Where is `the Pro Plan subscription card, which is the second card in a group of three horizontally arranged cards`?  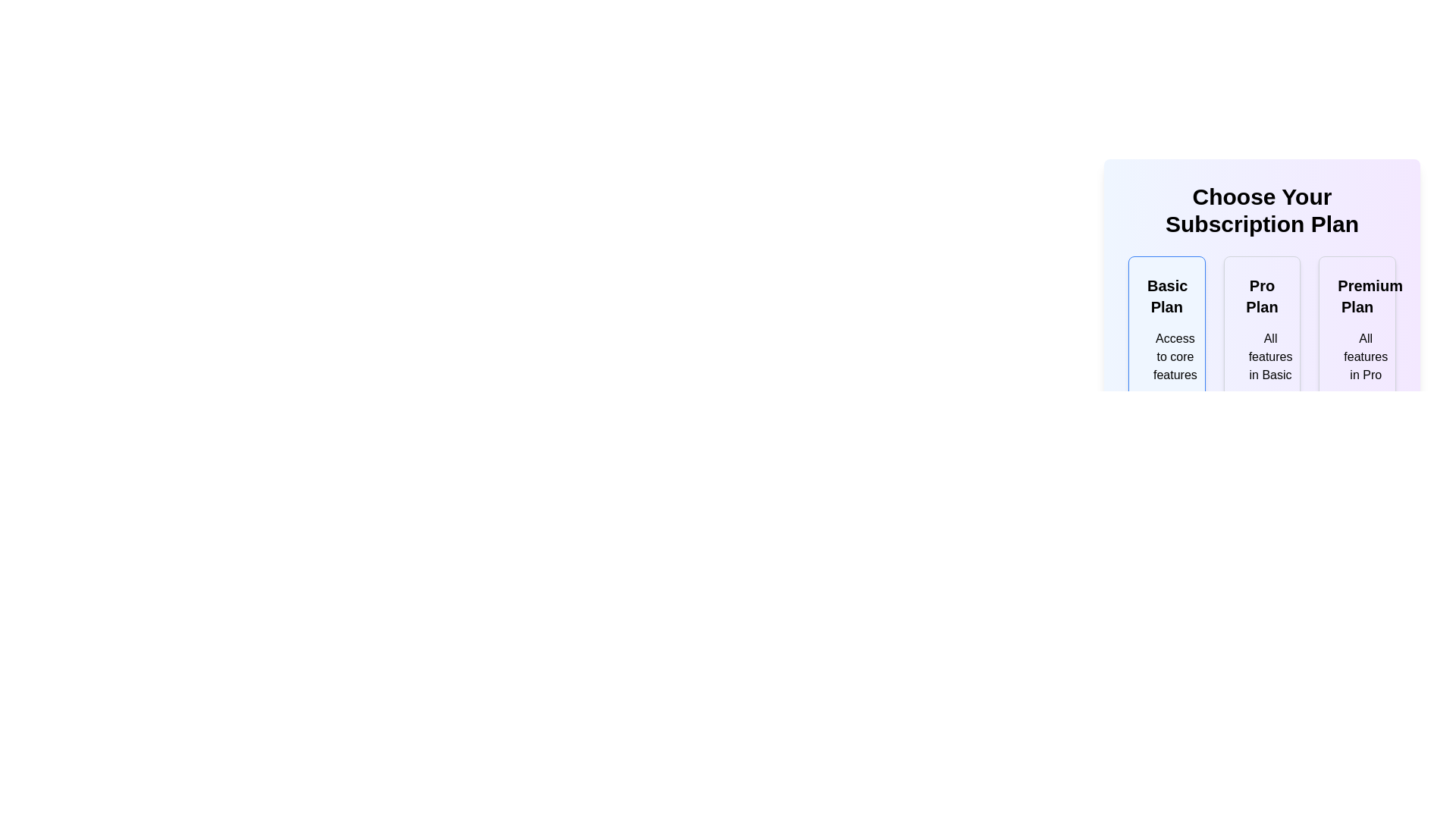
the Pro Plan subscription card, which is the second card in a group of three horizontally arranged cards is located at coordinates (1262, 397).